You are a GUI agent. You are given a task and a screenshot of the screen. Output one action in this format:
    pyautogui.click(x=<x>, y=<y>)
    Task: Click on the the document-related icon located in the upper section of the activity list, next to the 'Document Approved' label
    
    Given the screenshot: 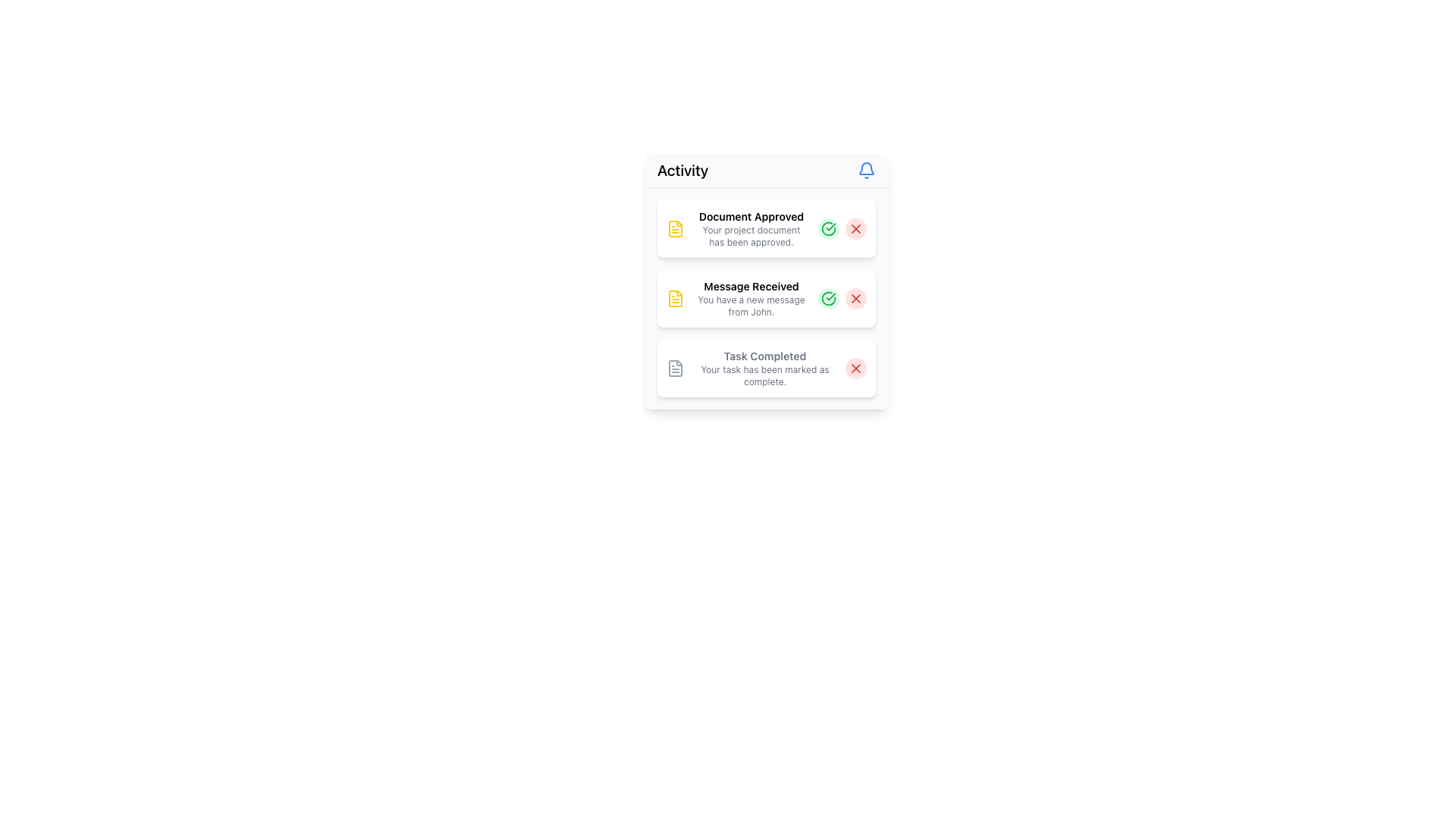 What is the action you would take?
    pyautogui.click(x=675, y=228)
    